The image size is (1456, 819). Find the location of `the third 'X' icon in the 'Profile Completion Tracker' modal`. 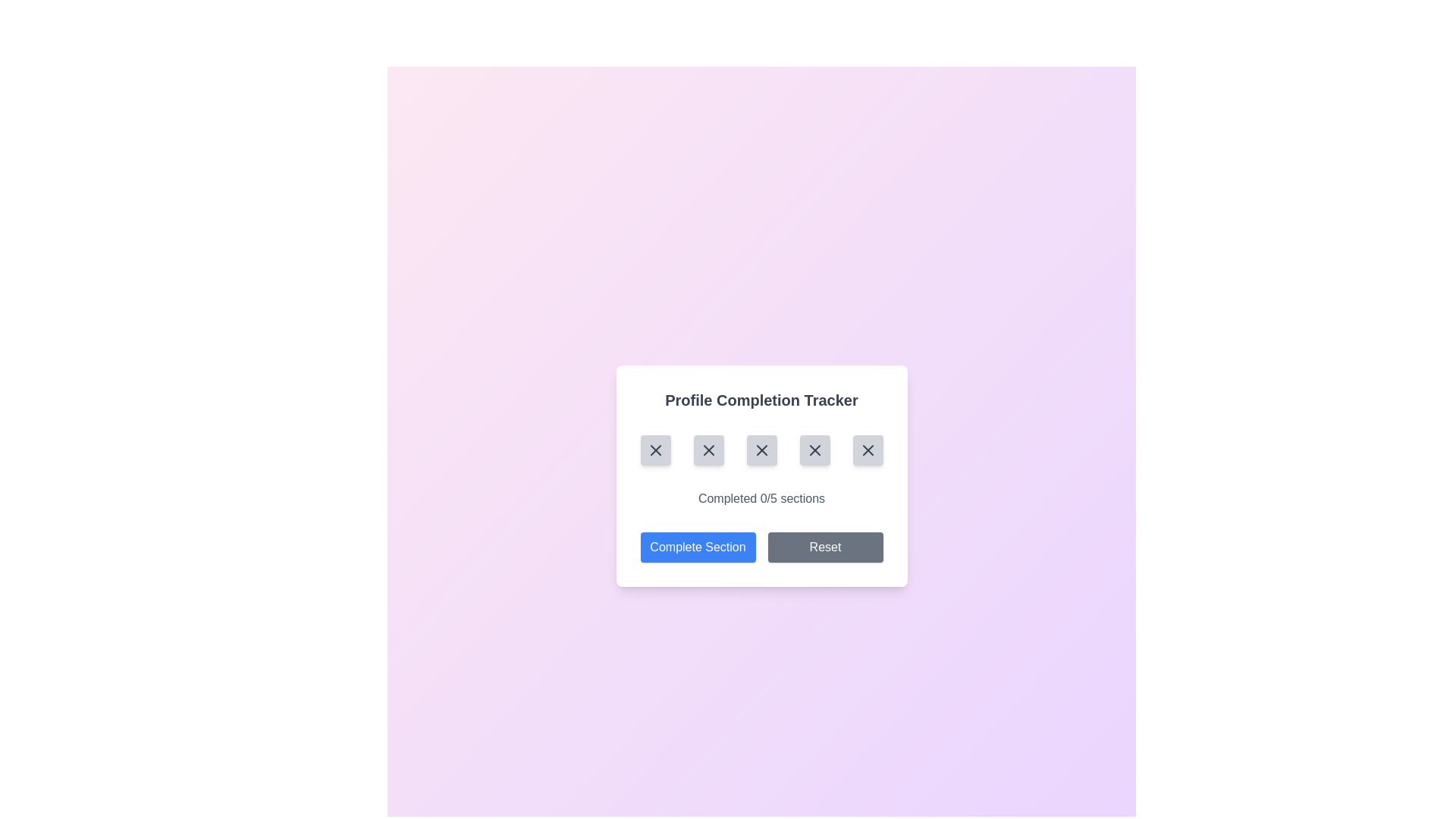

the third 'X' icon in the 'Profile Completion Tracker' modal is located at coordinates (761, 450).